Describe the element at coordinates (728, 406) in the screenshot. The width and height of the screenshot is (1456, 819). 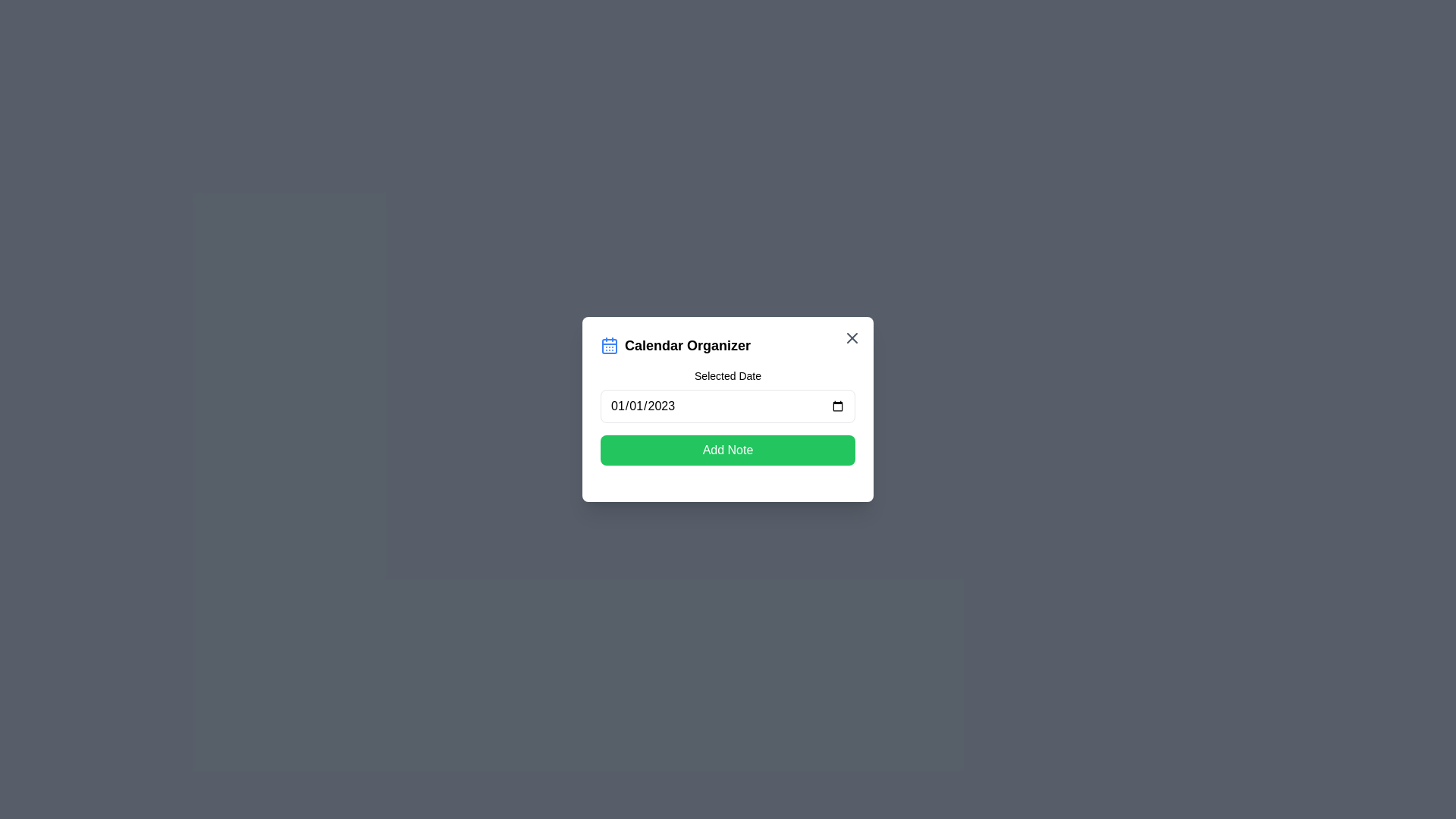
I see `the date input field to open the date picker` at that location.